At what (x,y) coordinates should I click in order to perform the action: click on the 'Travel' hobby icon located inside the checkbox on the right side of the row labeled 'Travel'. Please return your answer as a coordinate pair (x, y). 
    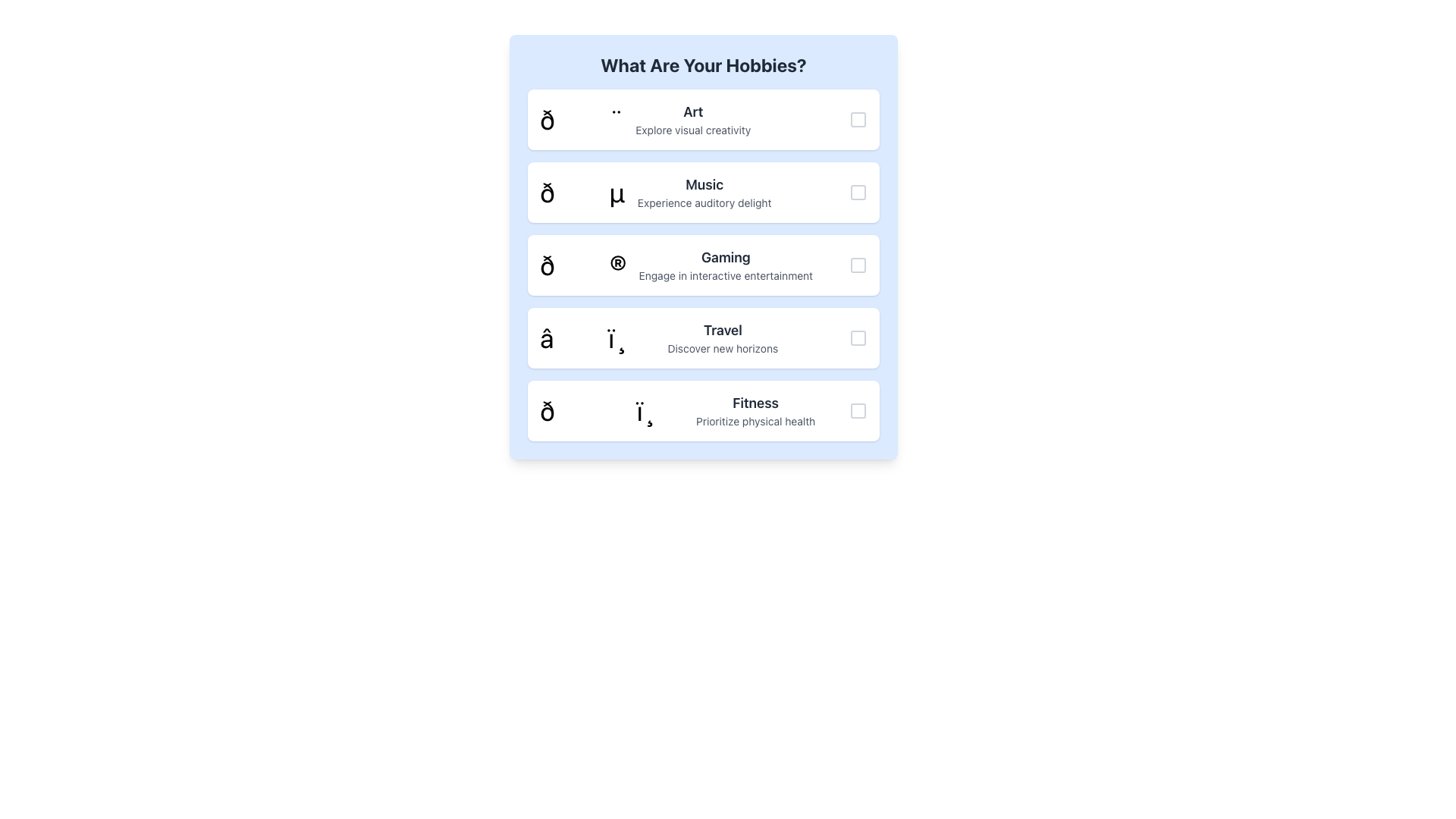
    Looking at the image, I should click on (858, 337).